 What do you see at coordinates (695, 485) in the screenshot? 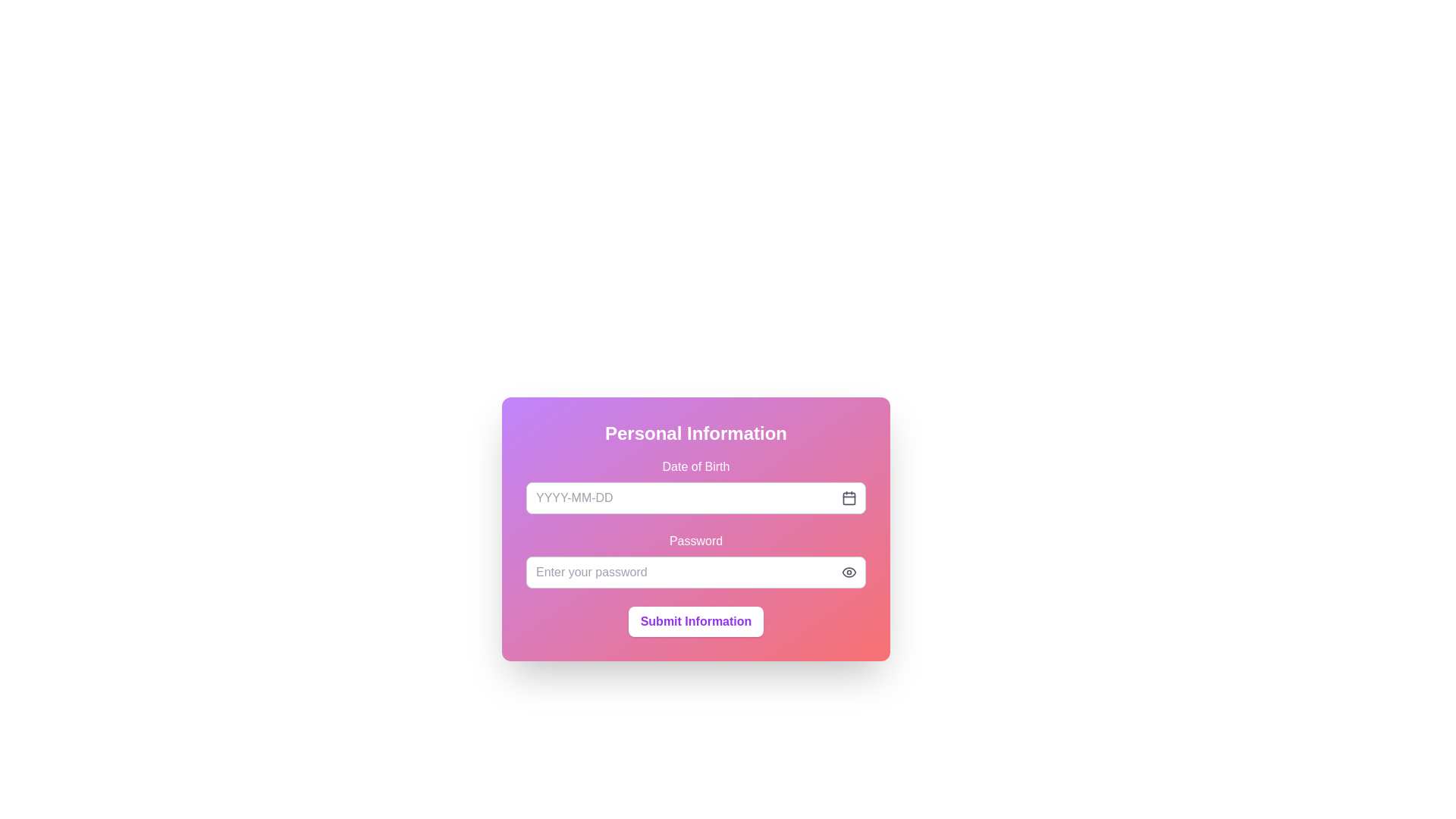
I see `the Date Input Field for entering the date of birth, which is the first input field in the Personal Information section` at bounding box center [695, 485].